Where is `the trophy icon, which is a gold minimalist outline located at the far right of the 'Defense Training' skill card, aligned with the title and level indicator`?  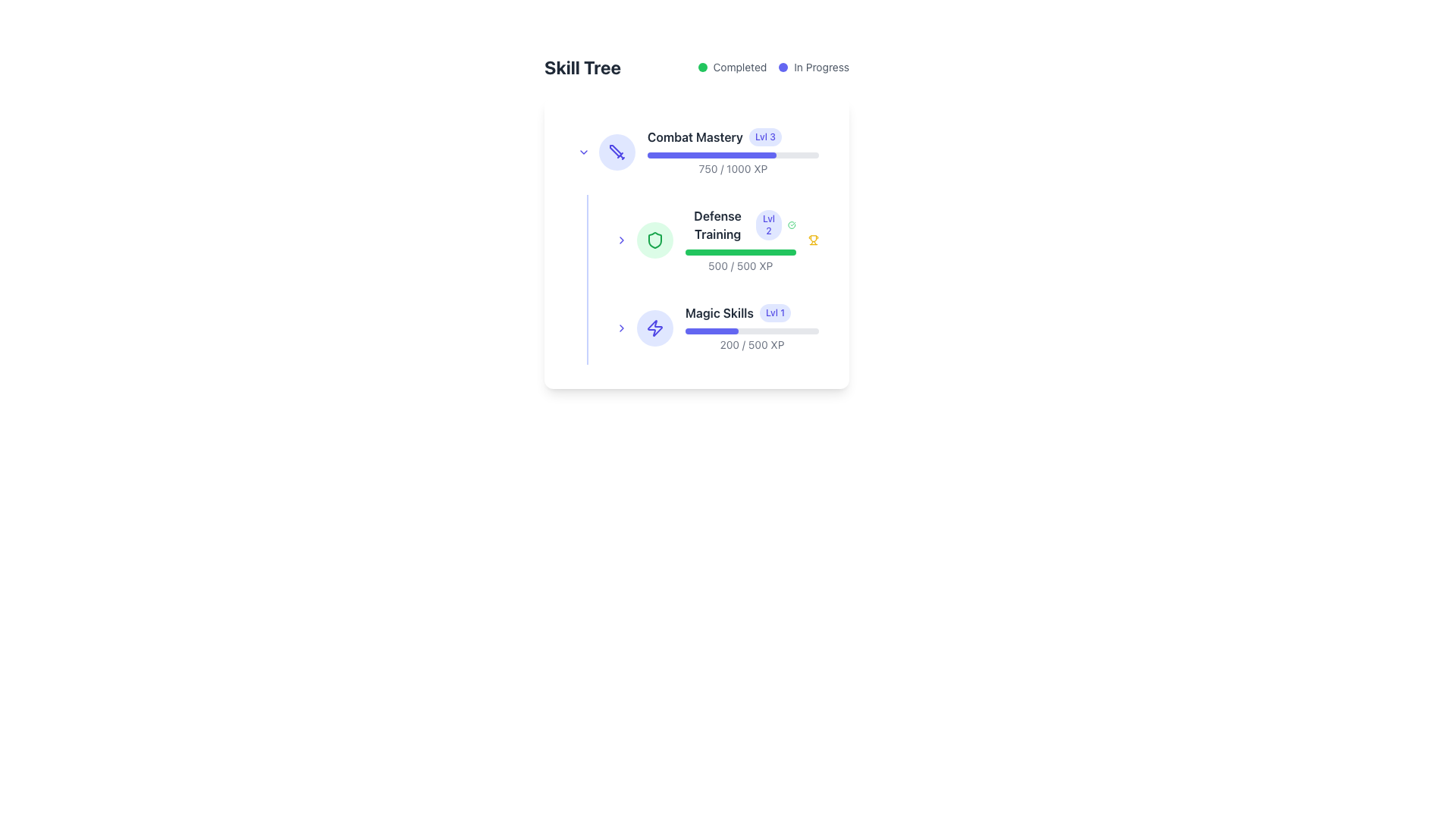
the trophy icon, which is a gold minimalist outline located at the far right of the 'Defense Training' skill card, aligned with the title and level indicator is located at coordinates (812, 239).